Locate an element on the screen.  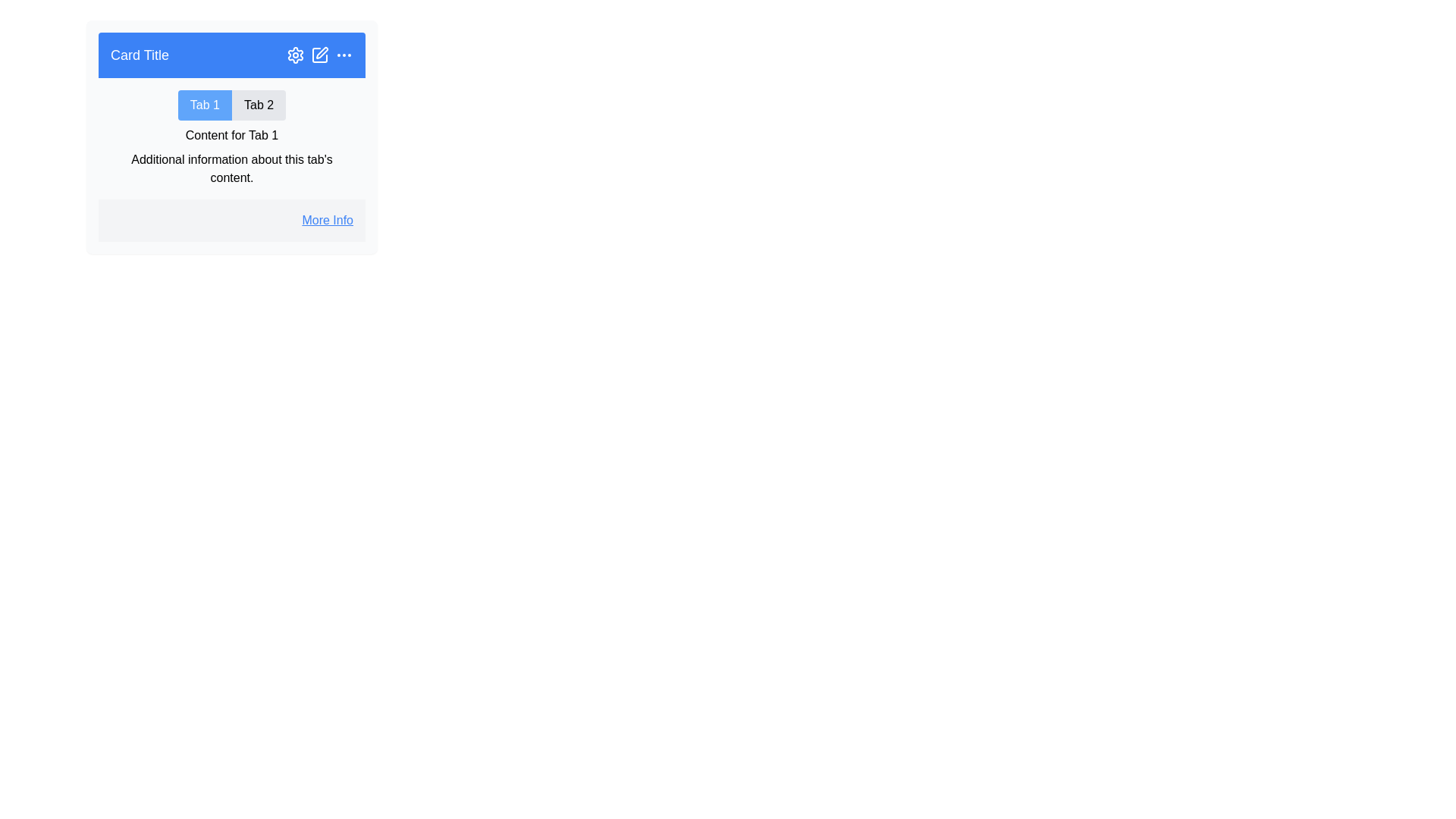
the second tab in the horizontal tab list below the 'Card Title' header is located at coordinates (259, 104).